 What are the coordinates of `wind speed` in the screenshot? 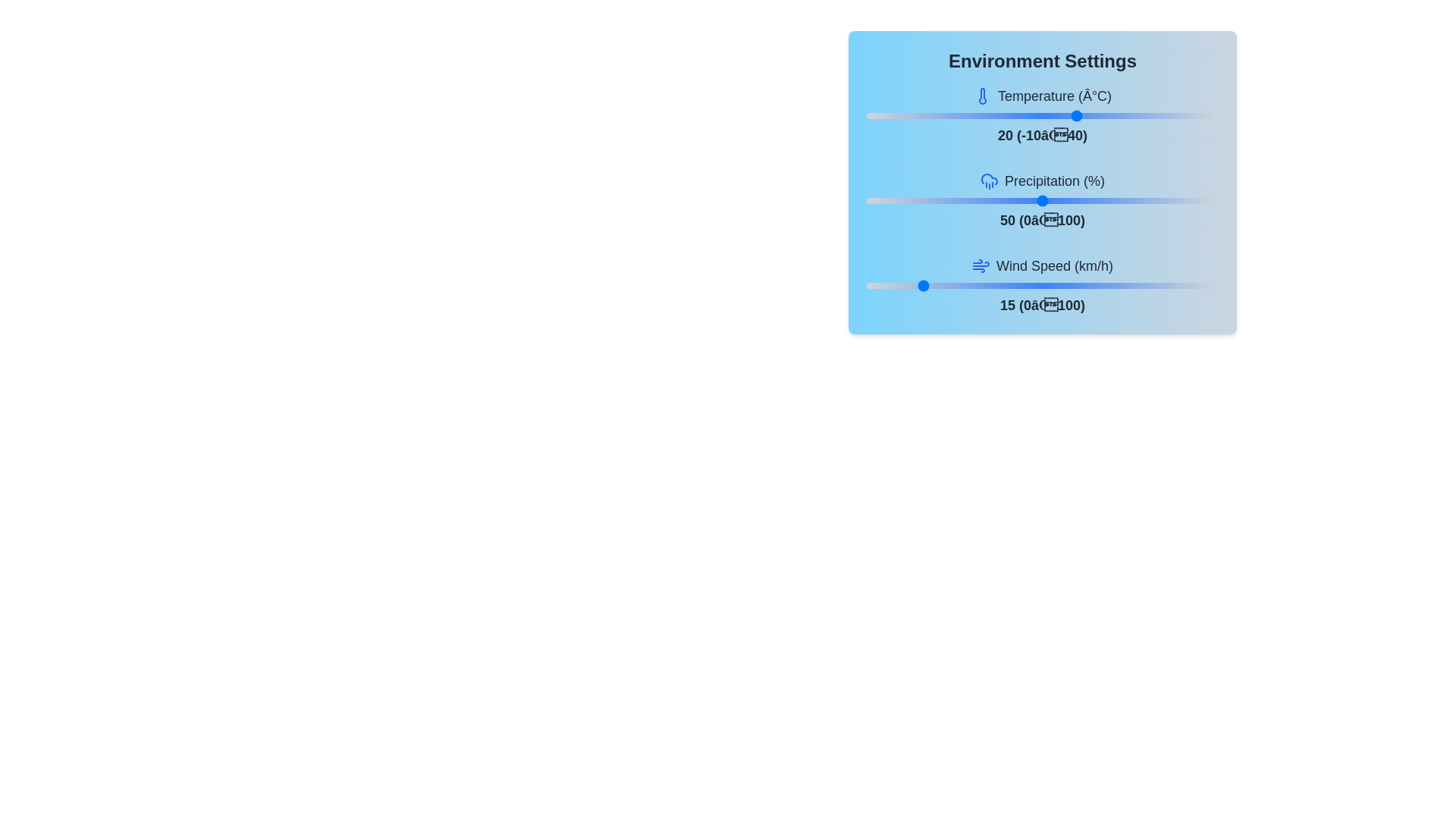 It's located at (895, 286).